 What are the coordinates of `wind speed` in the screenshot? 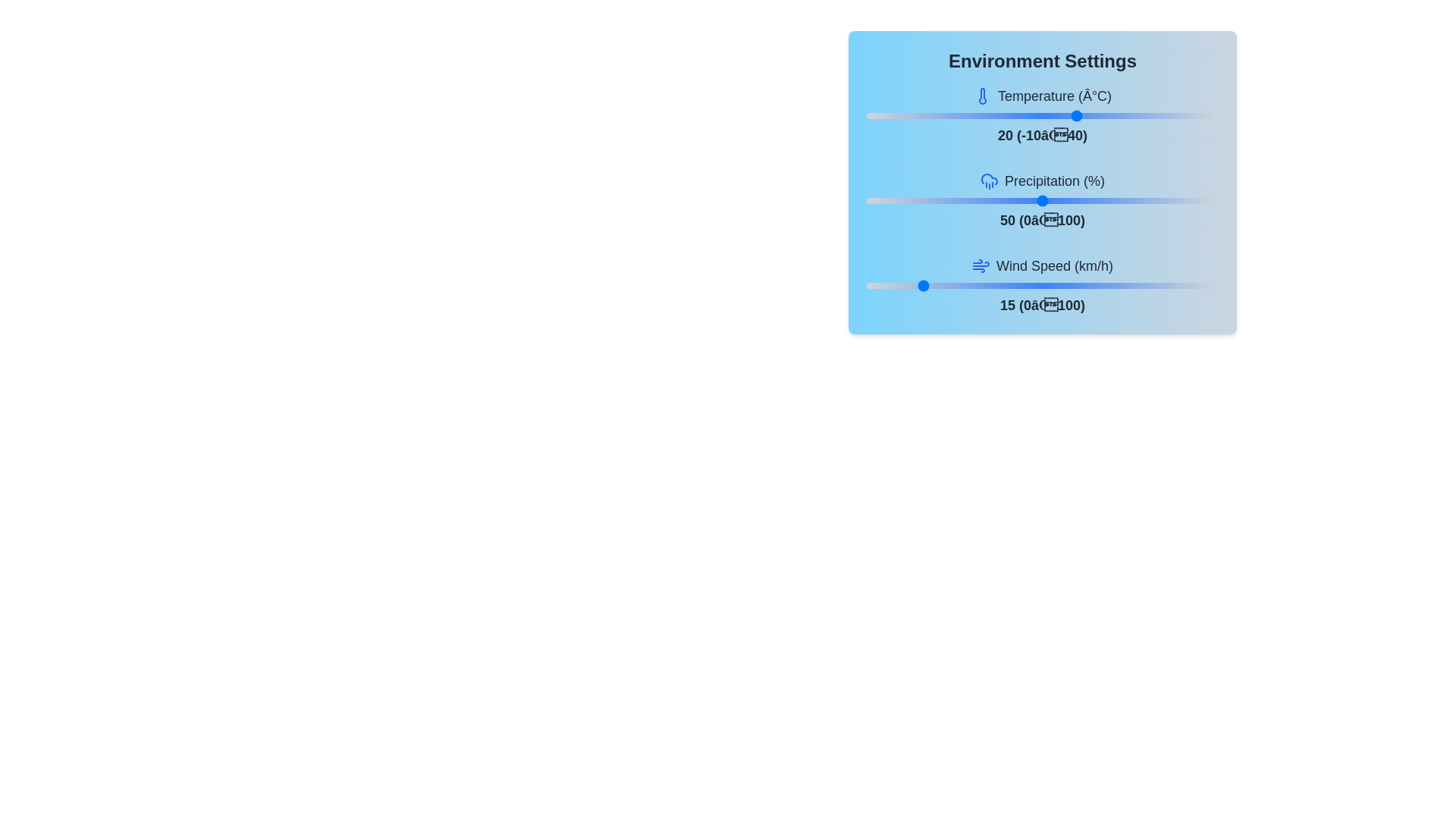 It's located at (895, 286).